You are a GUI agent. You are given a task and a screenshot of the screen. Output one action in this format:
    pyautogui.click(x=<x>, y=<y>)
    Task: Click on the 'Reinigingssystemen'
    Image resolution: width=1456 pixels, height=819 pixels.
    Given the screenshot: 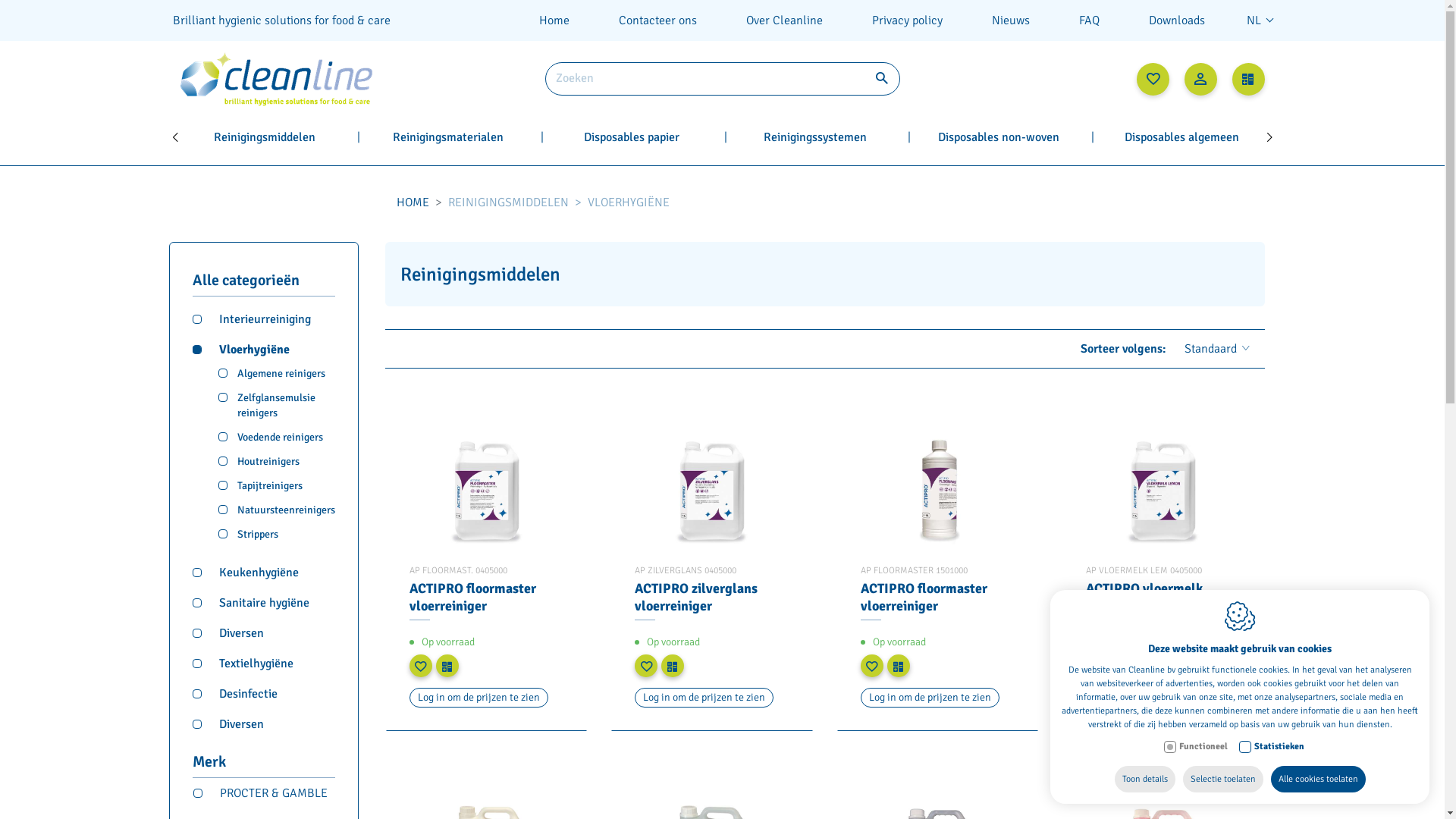 What is the action you would take?
    pyautogui.click(x=814, y=137)
    